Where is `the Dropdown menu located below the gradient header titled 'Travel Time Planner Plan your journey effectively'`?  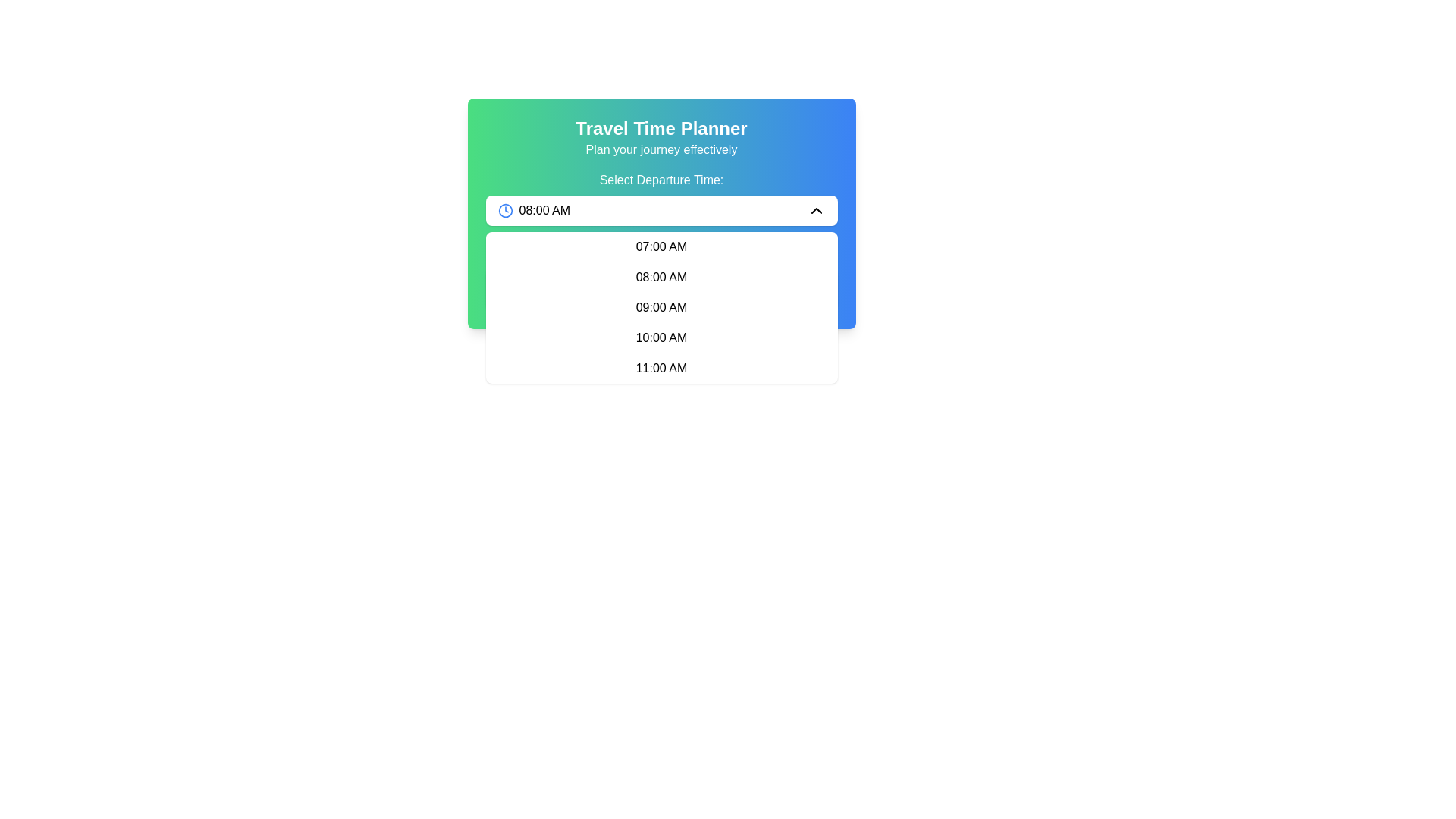 the Dropdown menu located below the gradient header titled 'Travel Time Planner Plan your journey effectively' is located at coordinates (661, 198).